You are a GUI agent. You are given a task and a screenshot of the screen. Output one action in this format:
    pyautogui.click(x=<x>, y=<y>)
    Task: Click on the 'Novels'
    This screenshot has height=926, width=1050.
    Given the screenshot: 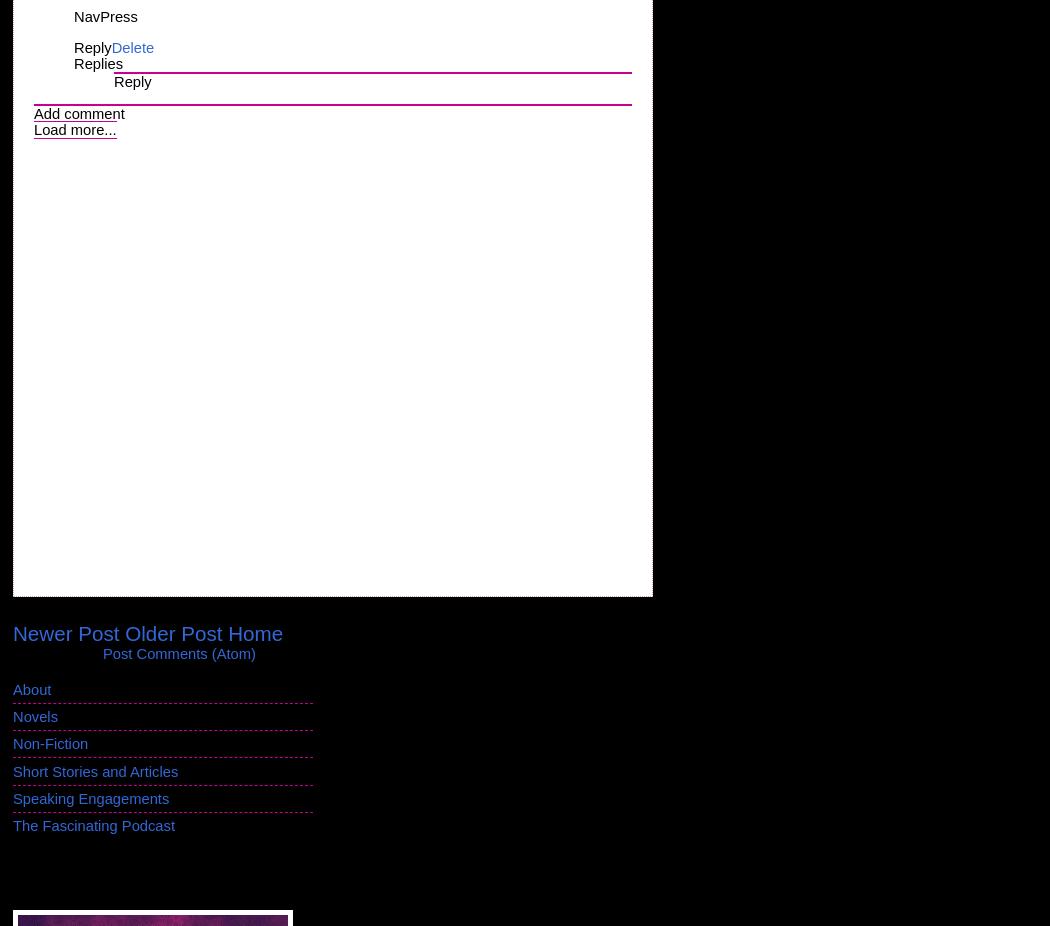 What is the action you would take?
    pyautogui.click(x=35, y=717)
    